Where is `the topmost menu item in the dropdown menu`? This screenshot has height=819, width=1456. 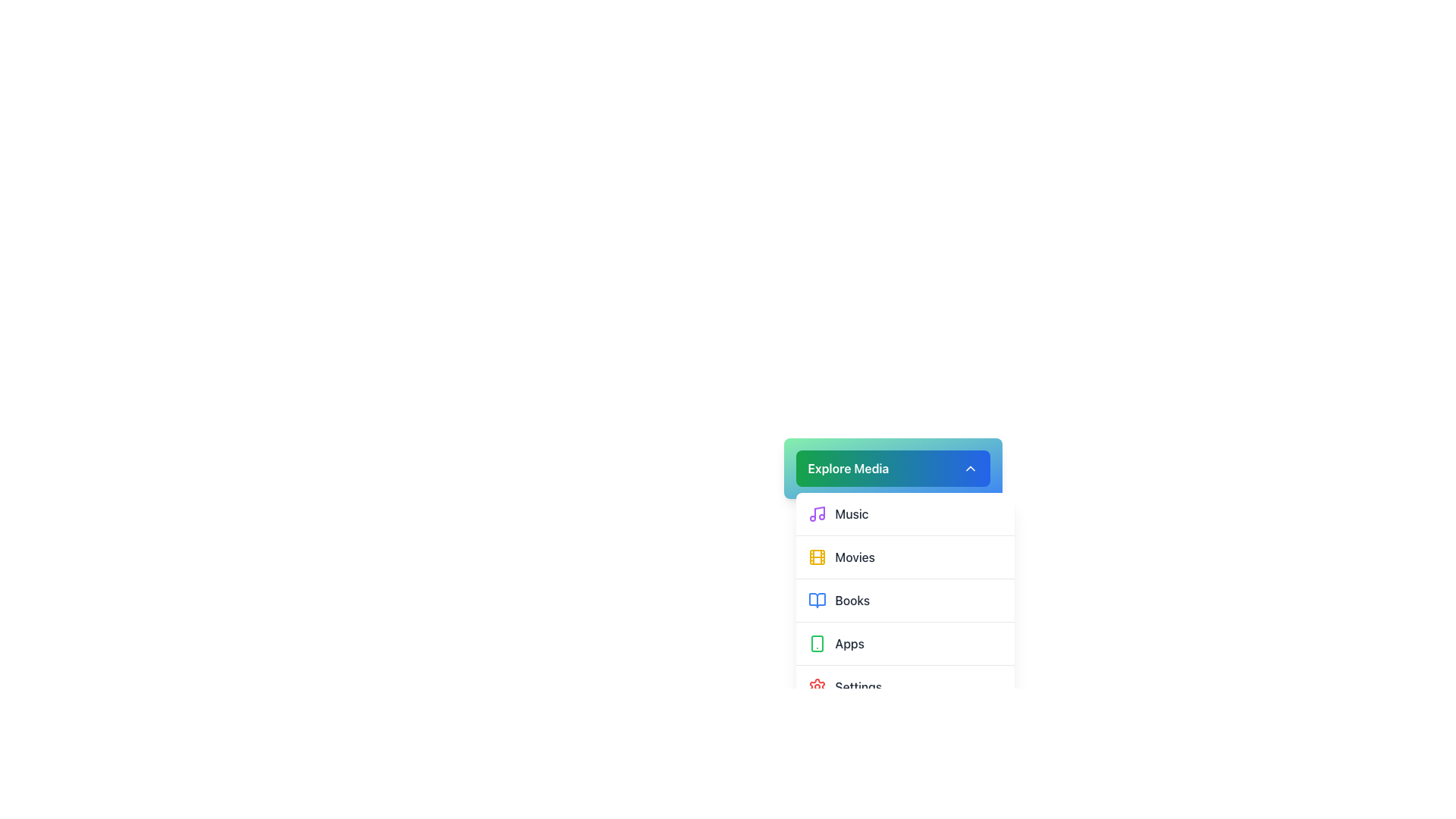
the topmost menu item in the dropdown menu is located at coordinates (905, 513).